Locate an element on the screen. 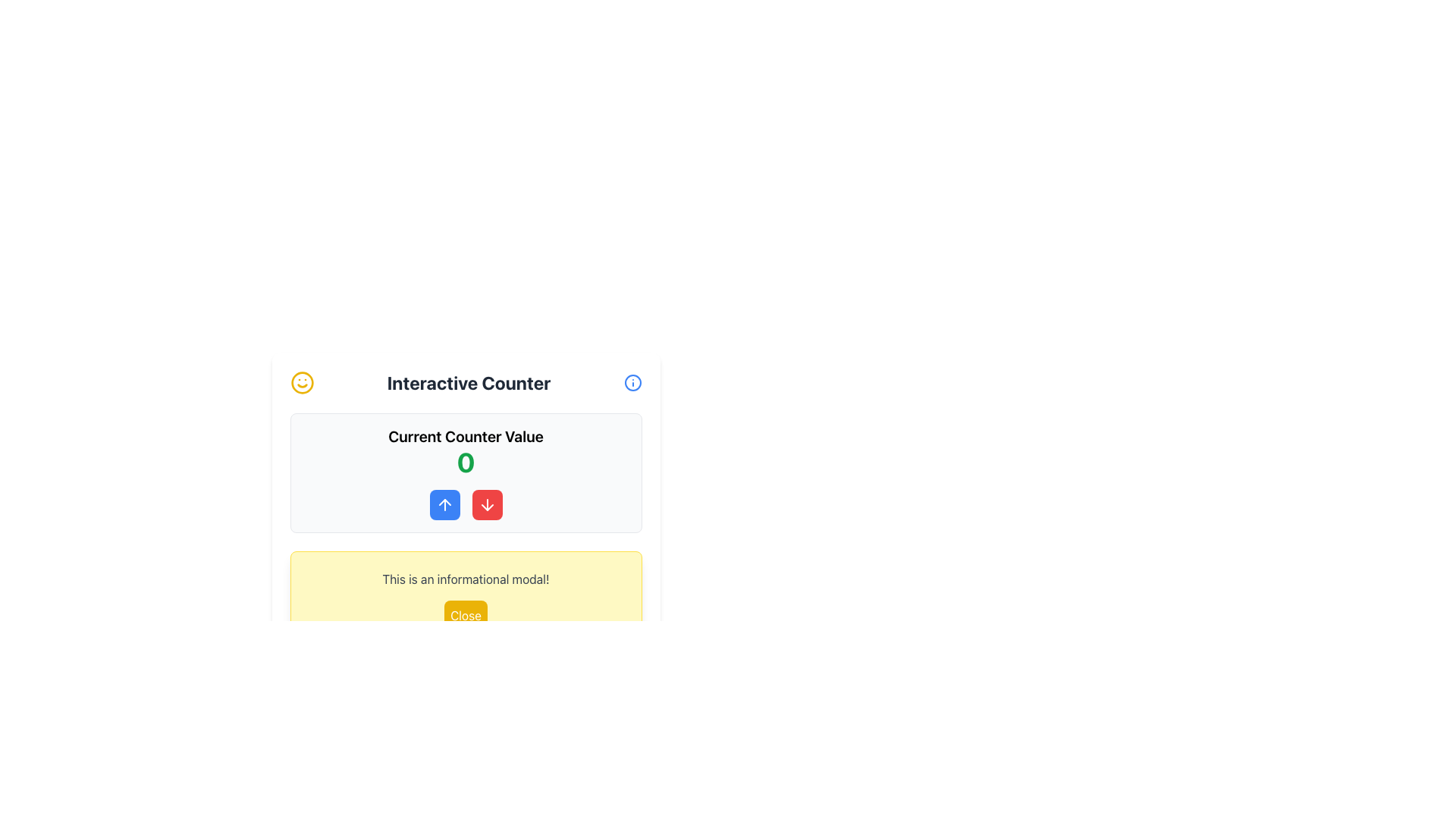  the circular graphical element with a yellow outline located at the center of the smiley face icon in the top-left corner of the layout is located at coordinates (302, 382).